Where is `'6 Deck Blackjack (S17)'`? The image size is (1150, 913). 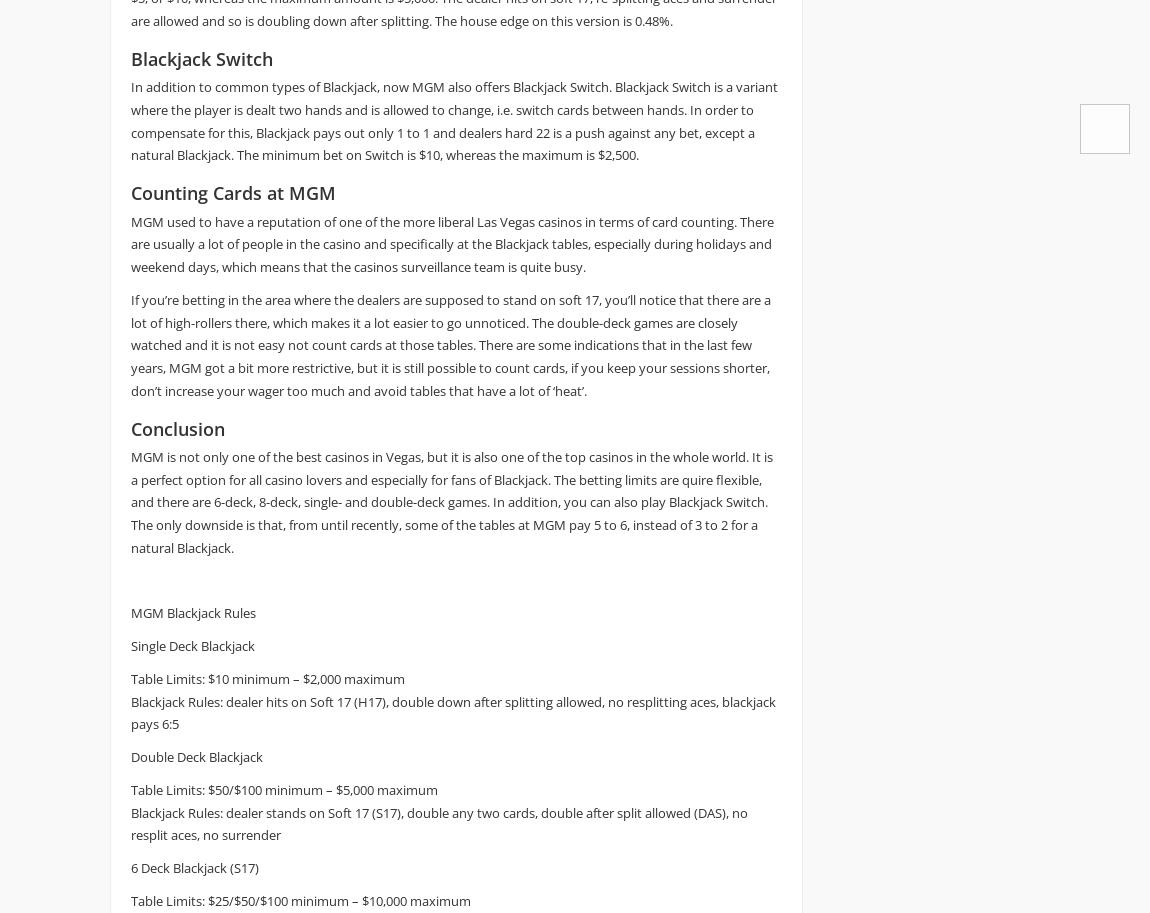
'6 Deck Blackjack (S17)' is located at coordinates (194, 867).